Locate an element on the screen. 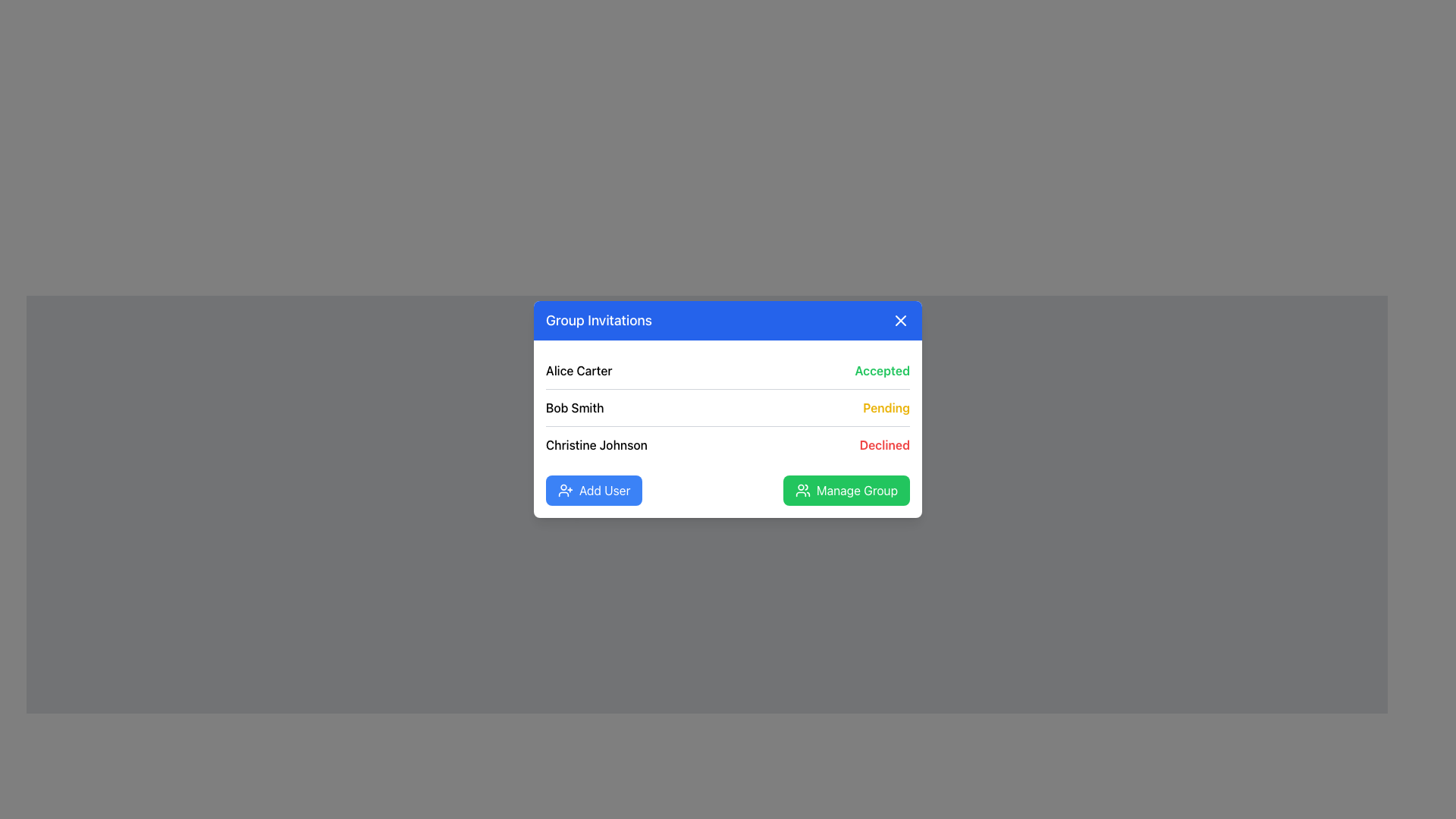  the second row of the user invitation statuses in the 'Group Invitations' card, which displays 'Bob Smith' with the status 'Pending' is located at coordinates (728, 406).